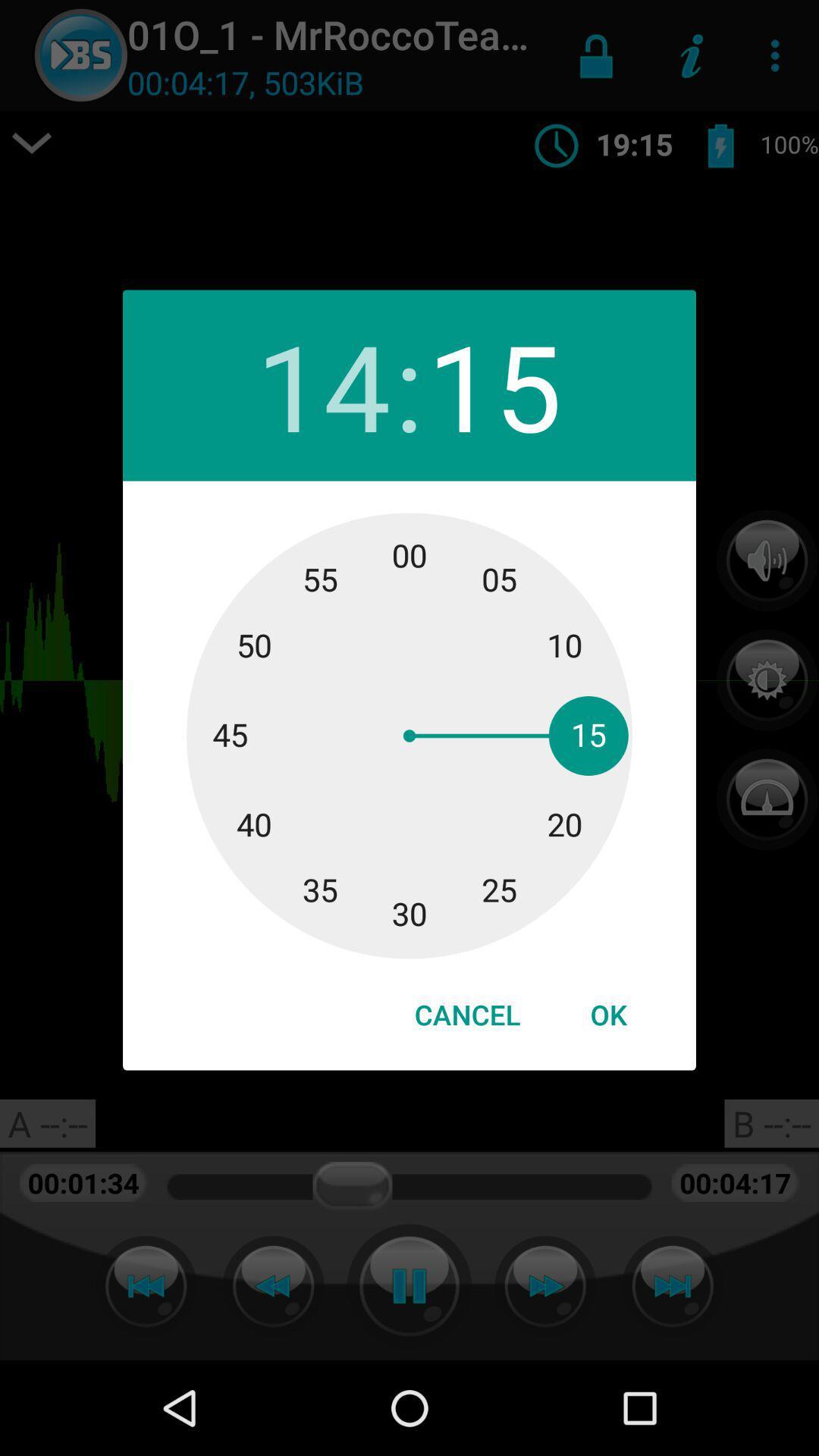  Describe the element at coordinates (466, 1015) in the screenshot. I see `cancel item` at that location.